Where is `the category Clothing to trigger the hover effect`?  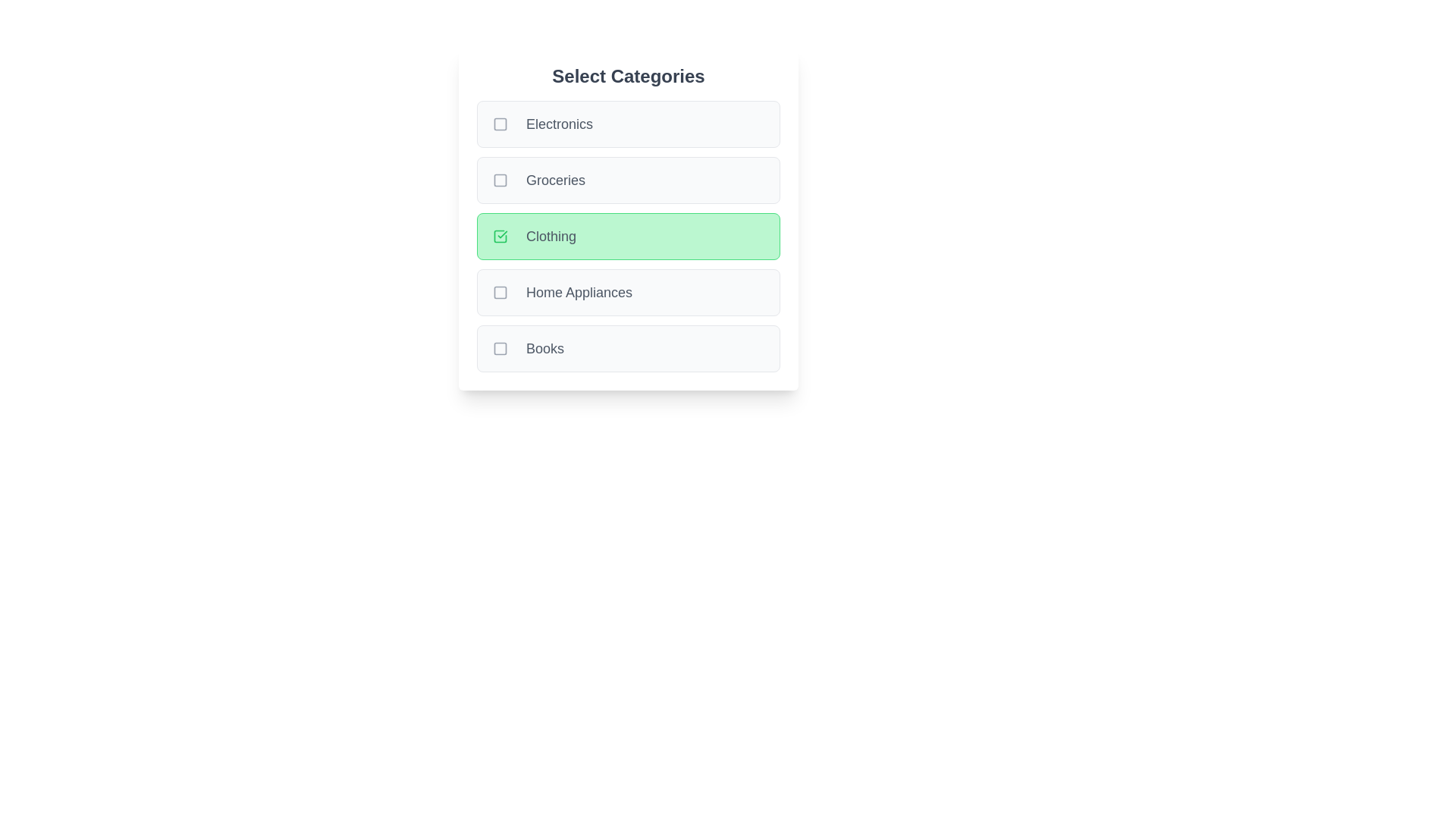 the category Clothing to trigger the hover effect is located at coordinates (629, 237).